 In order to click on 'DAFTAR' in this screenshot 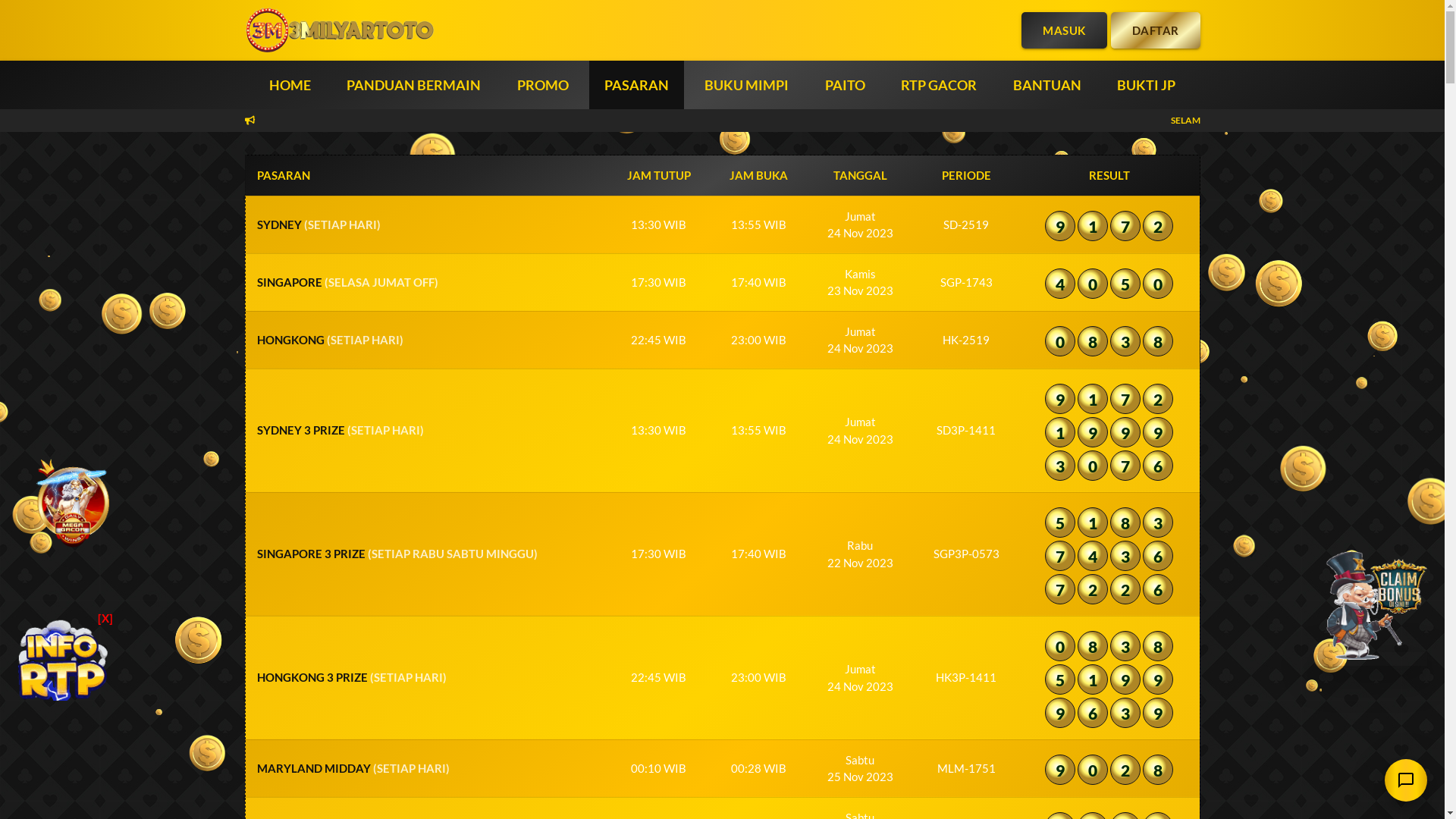, I will do `click(1153, 30)`.